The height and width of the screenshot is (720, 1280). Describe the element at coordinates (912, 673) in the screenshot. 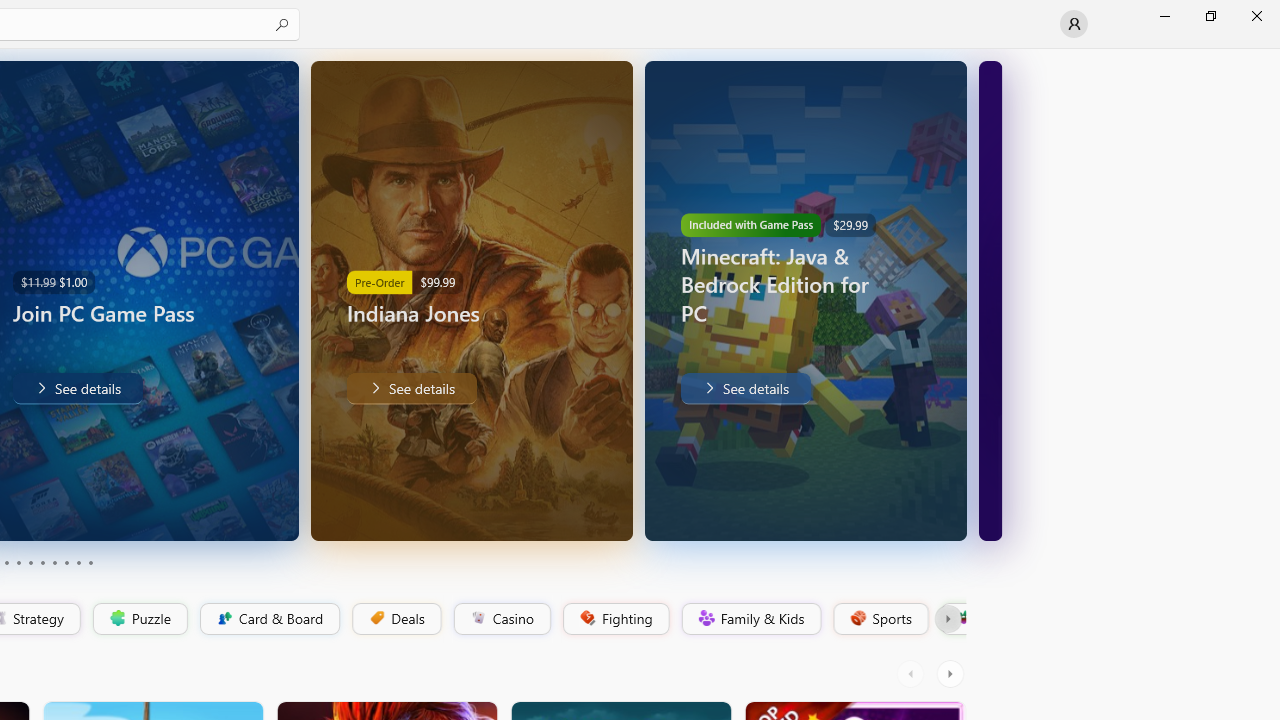

I see `'AutomationID: LeftScrollButton'` at that location.